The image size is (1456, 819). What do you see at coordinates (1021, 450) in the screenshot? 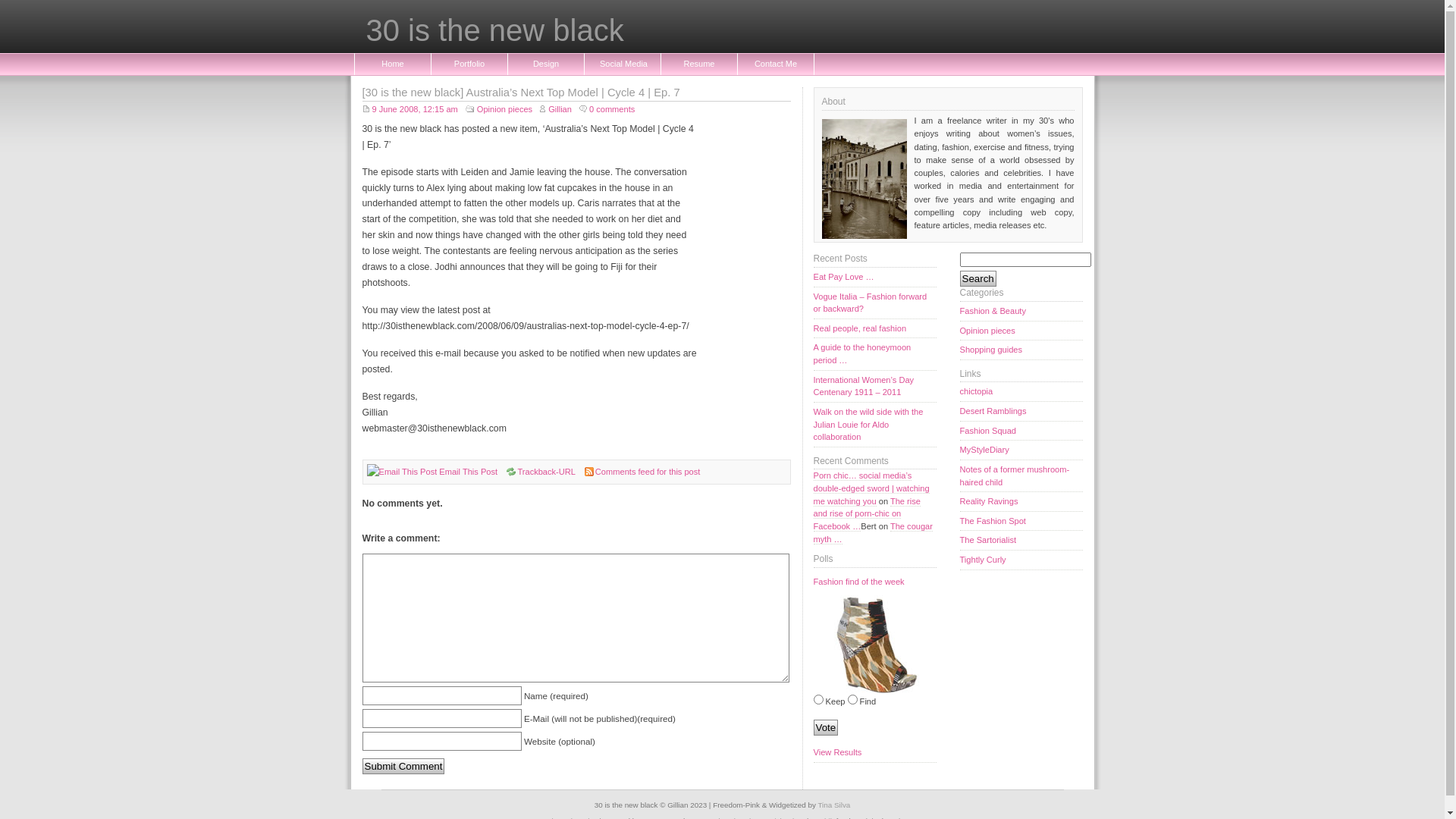
I see `'MyStyleDiary'` at bounding box center [1021, 450].